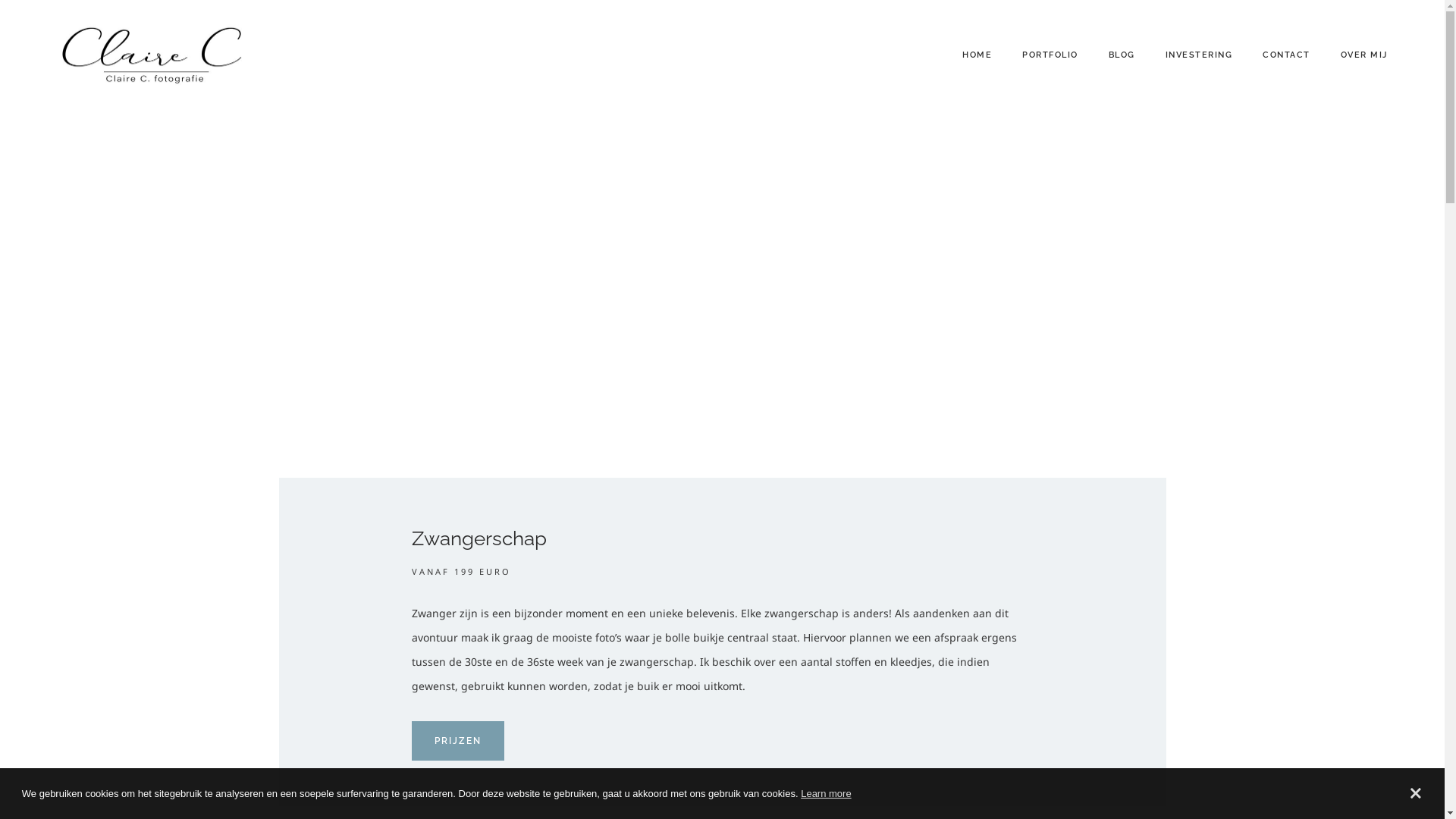 The width and height of the screenshot is (1456, 819). Describe the element at coordinates (1122, 55) in the screenshot. I see `'BLOG'` at that location.